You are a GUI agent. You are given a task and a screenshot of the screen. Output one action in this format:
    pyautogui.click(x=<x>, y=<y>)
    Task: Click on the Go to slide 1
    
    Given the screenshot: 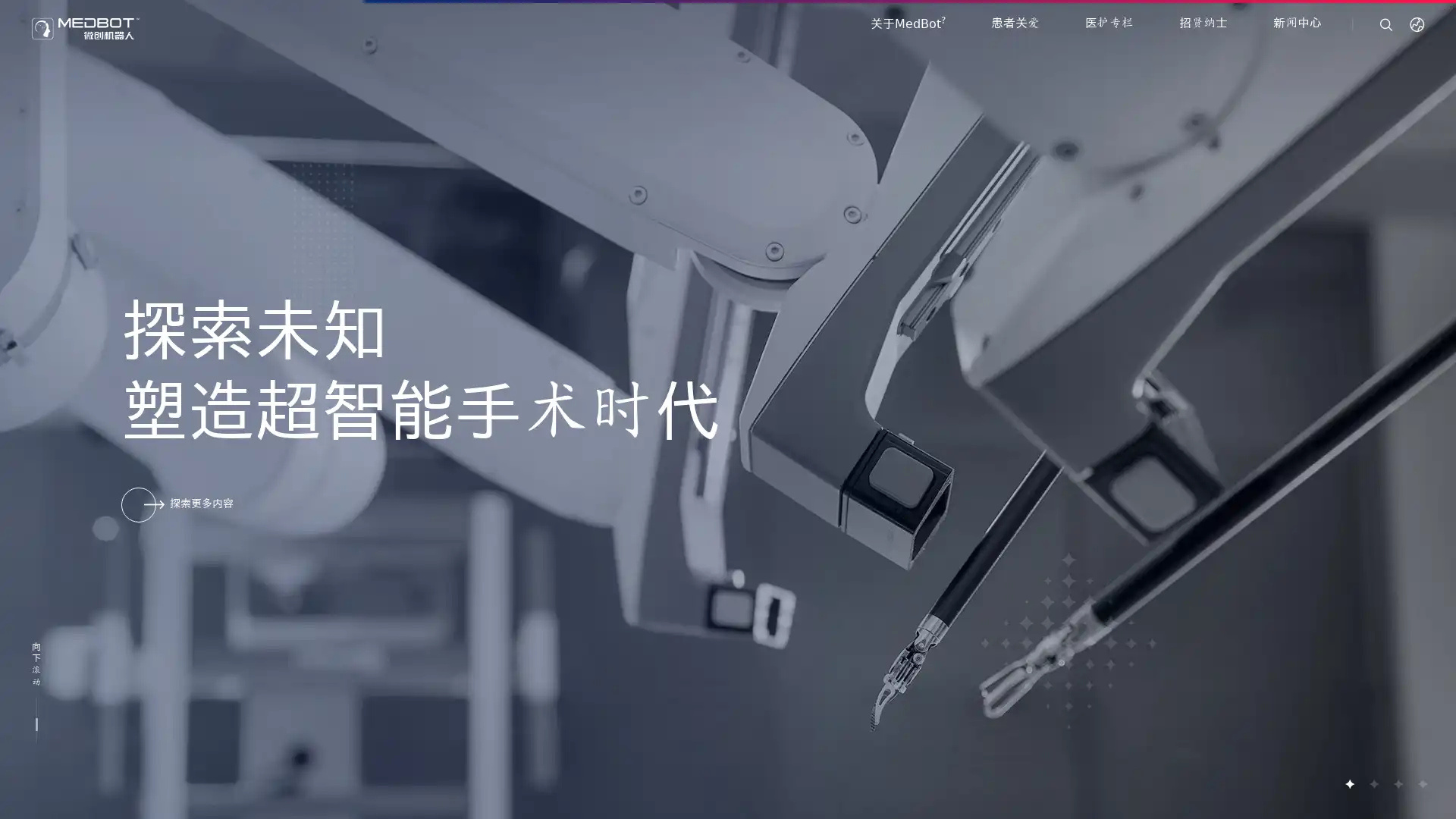 What is the action you would take?
    pyautogui.click(x=1349, y=783)
    